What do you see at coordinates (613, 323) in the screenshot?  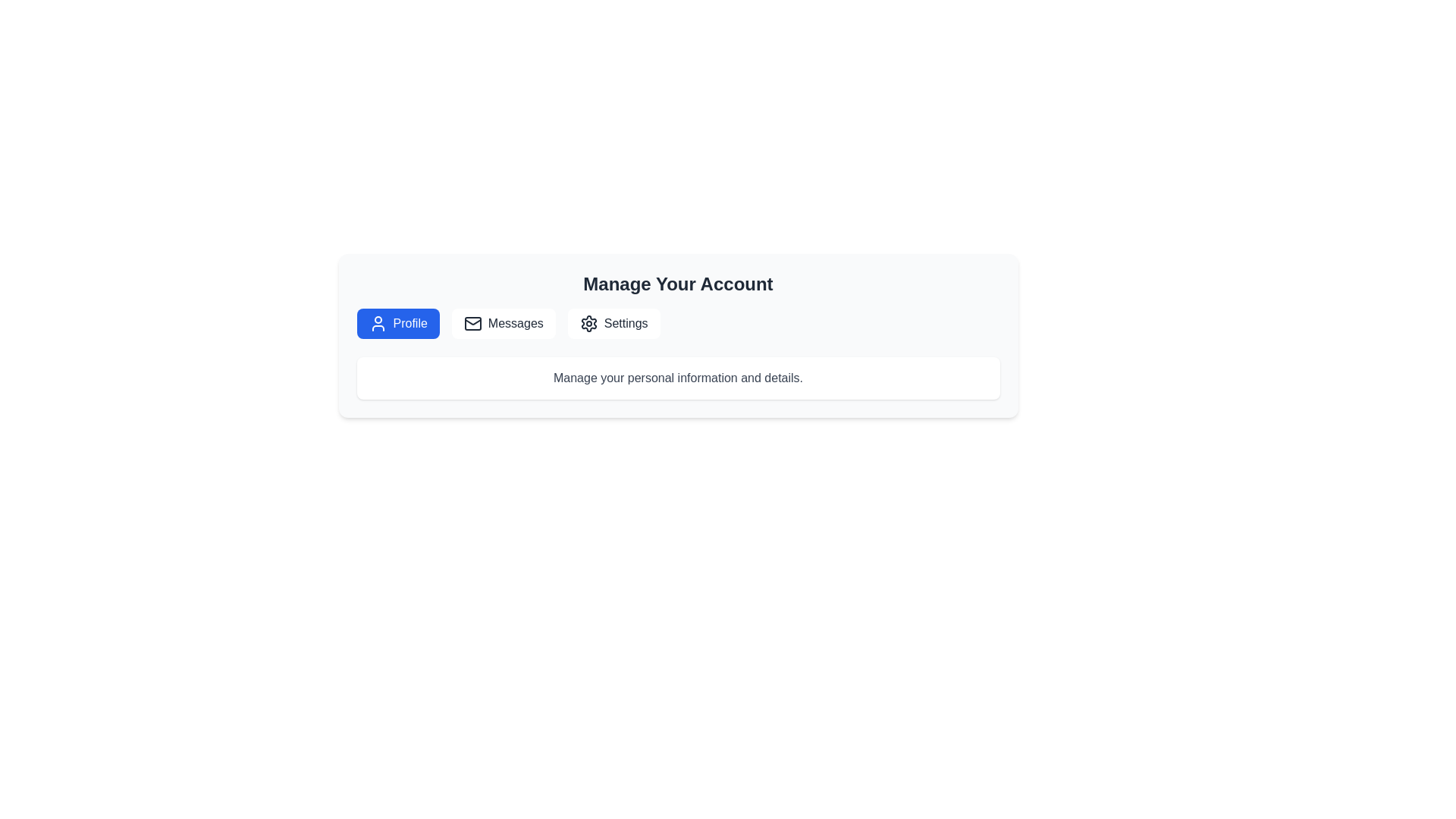 I see `the 'Settings' button located in the navigation bar, which is the third button from the left` at bounding box center [613, 323].